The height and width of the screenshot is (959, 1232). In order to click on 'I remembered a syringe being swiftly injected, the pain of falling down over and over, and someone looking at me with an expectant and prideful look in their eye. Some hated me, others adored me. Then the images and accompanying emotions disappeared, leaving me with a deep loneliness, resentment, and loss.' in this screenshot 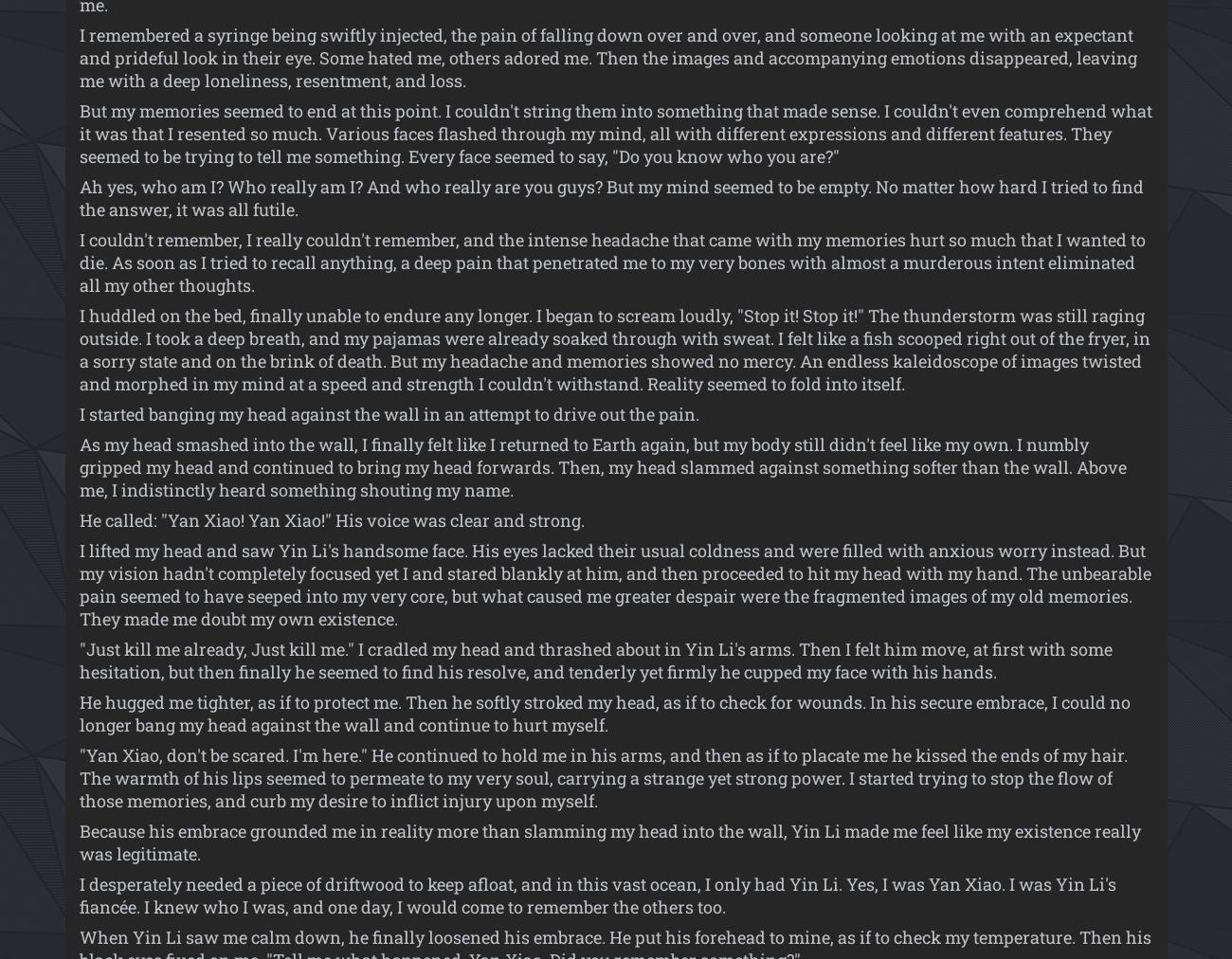, I will do `click(607, 57)`.